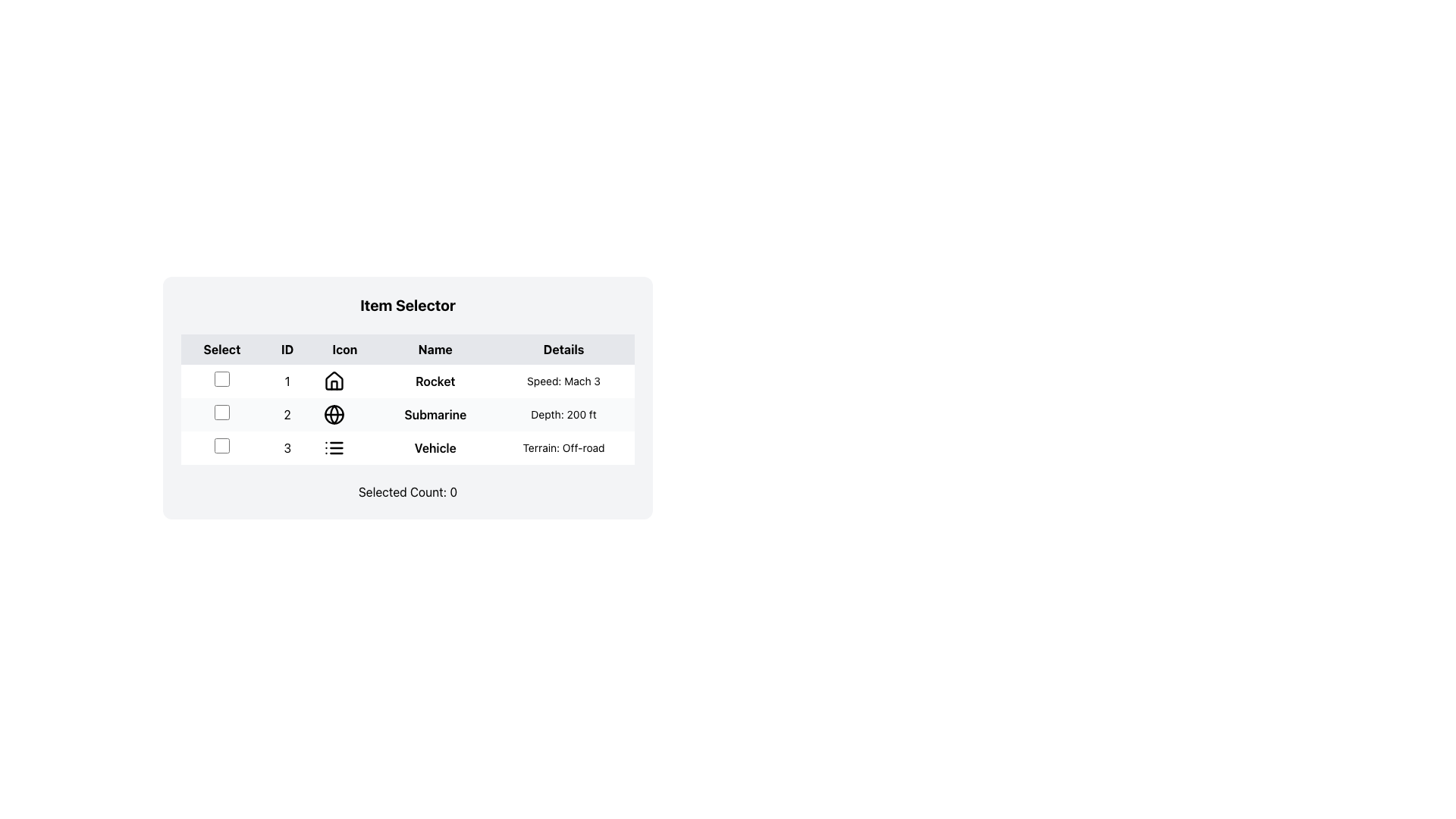 This screenshot has width=1456, height=819. What do you see at coordinates (221, 447) in the screenshot?
I see `the checkbox in the third row under the 'Select' column` at bounding box center [221, 447].